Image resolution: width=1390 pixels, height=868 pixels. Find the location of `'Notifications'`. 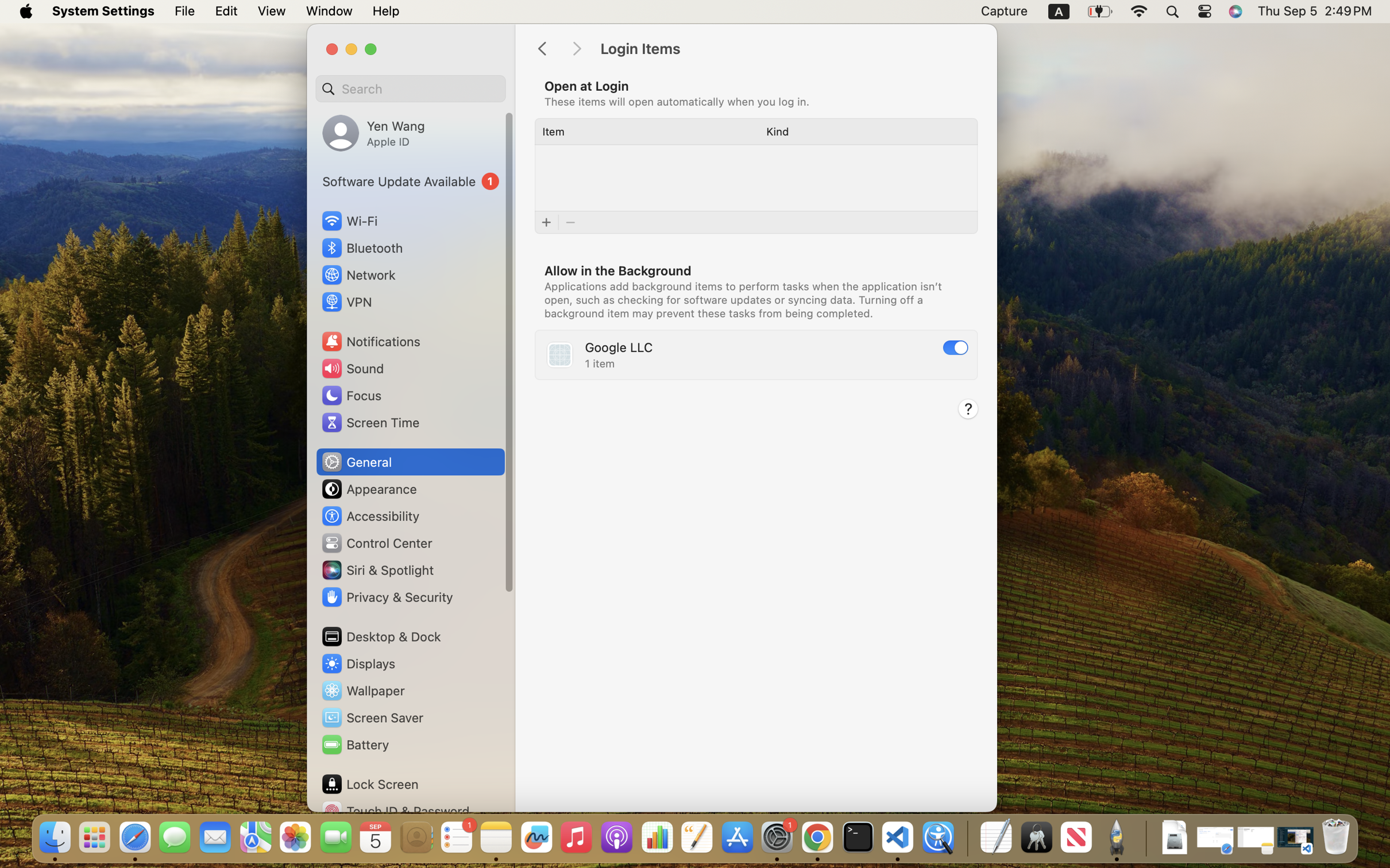

'Notifications' is located at coordinates (370, 340).